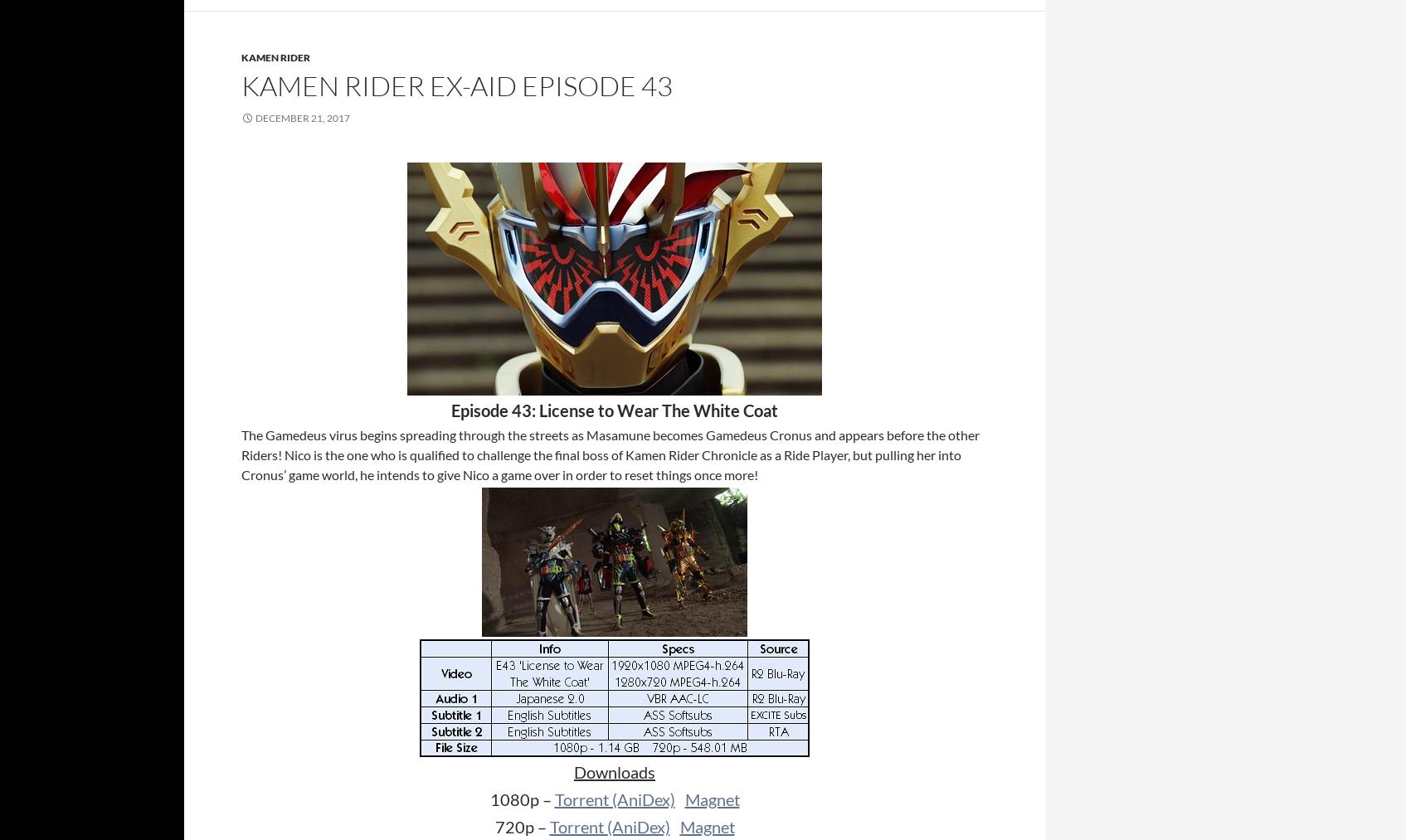 The height and width of the screenshot is (840, 1406). Describe the element at coordinates (614, 409) in the screenshot. I see `'Episode 43: License to Wear The White Coat'` at that location.